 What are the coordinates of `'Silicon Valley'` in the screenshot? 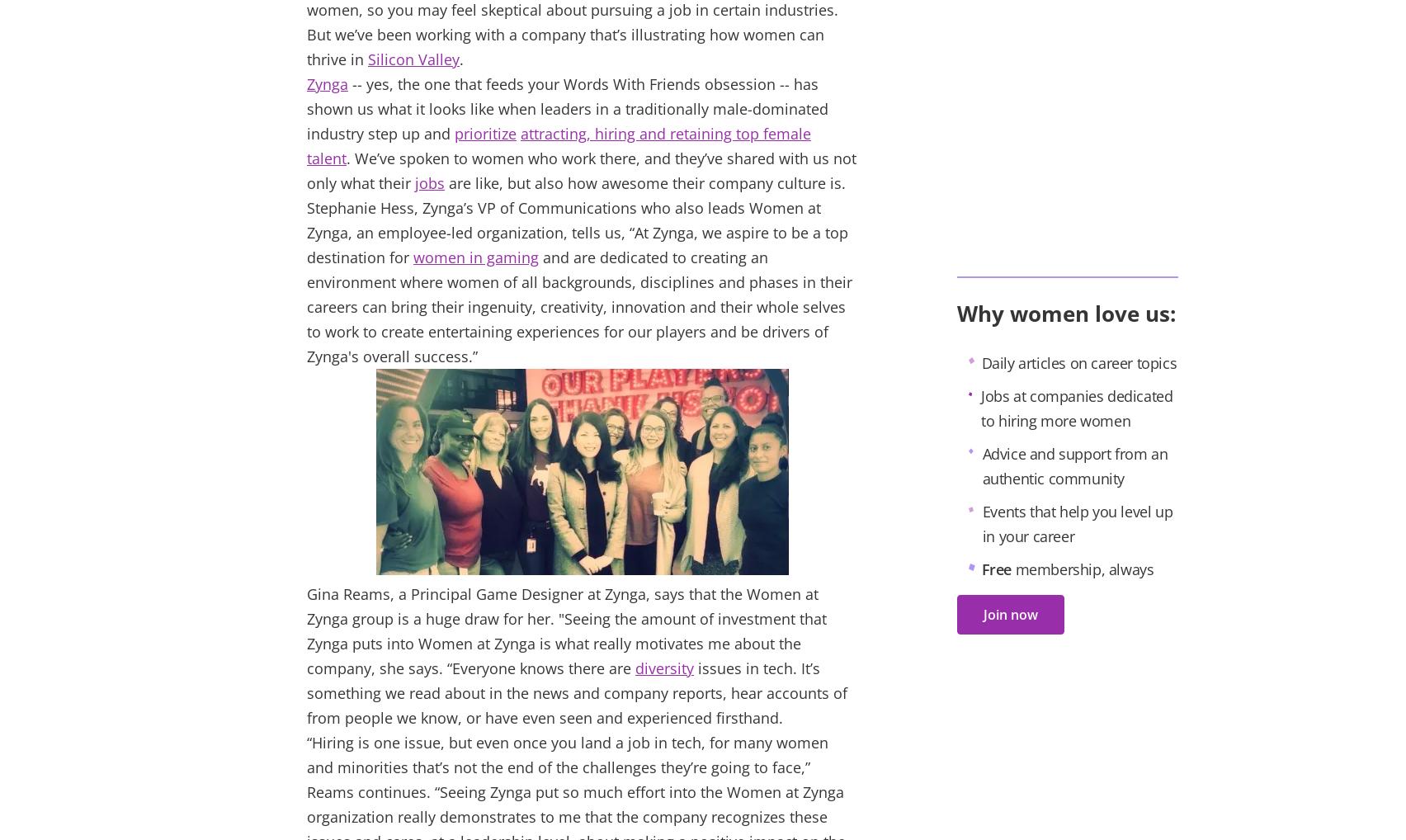 It's located at (413, 59).